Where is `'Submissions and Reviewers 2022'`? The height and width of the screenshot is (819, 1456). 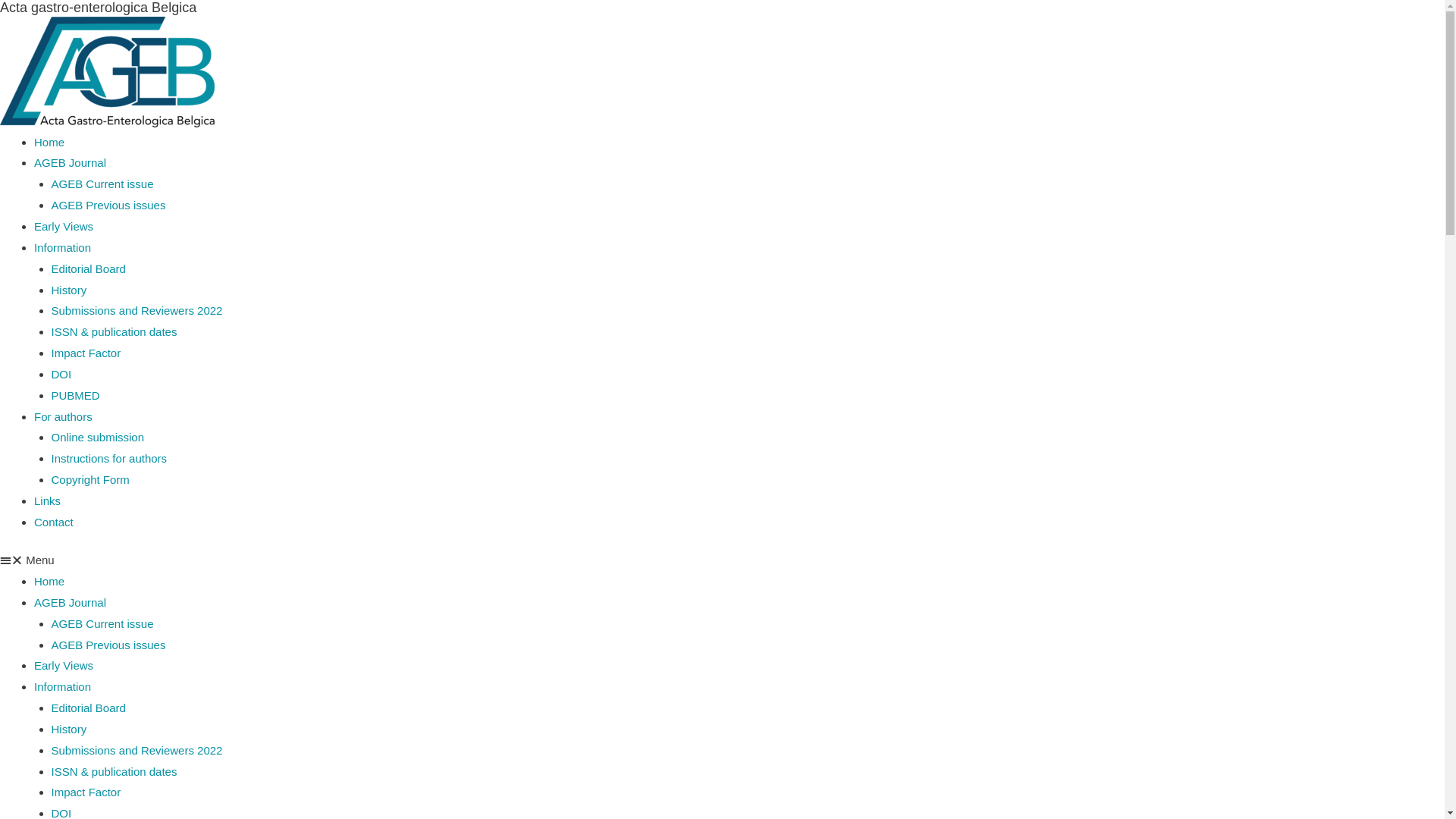 'Submissions and Reviewers 2022' is located at coordinates (51, 309).